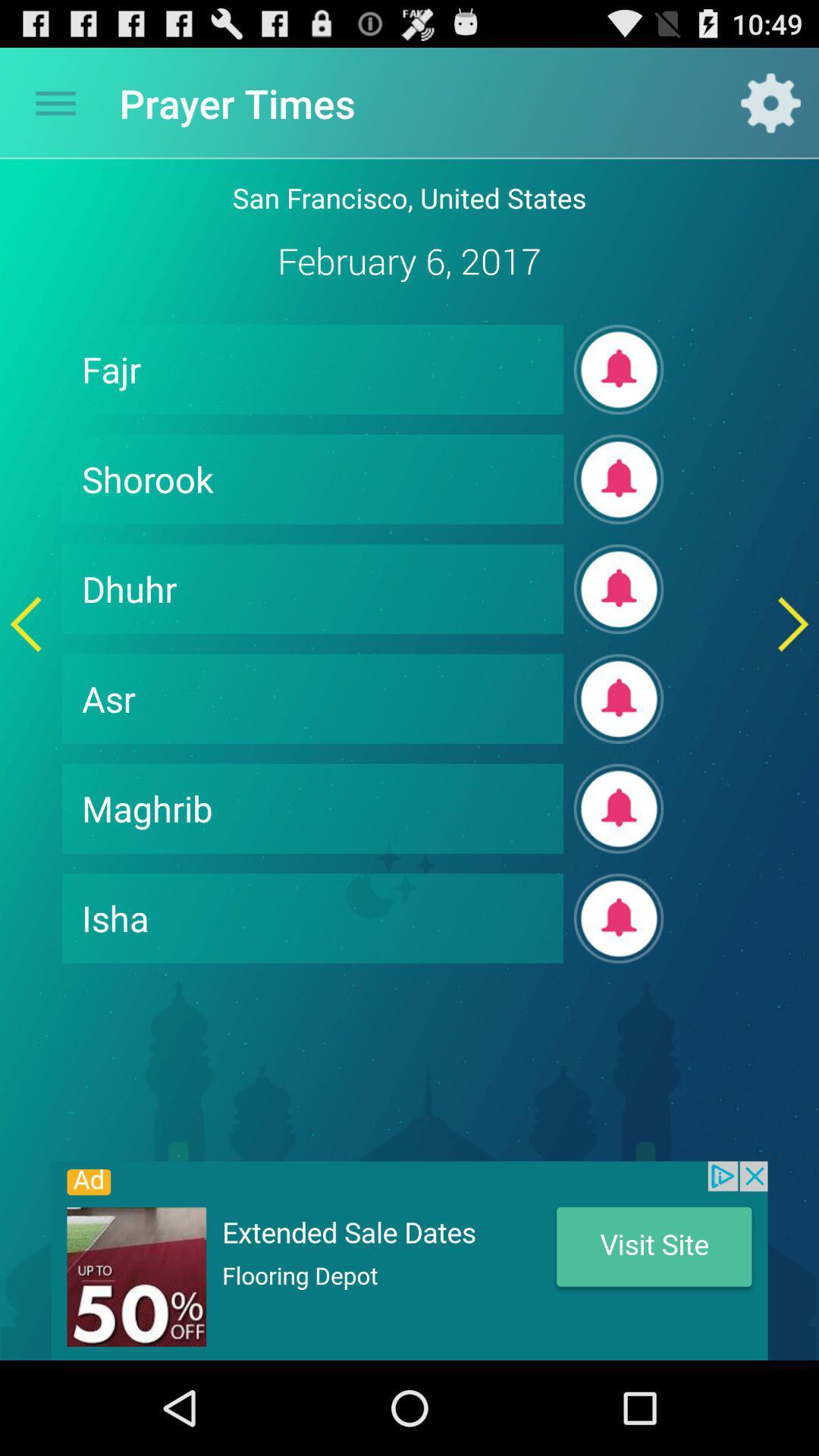 The height and width of the screenshot is (1456, 819). I want to click on alarm, so click(619, 479).